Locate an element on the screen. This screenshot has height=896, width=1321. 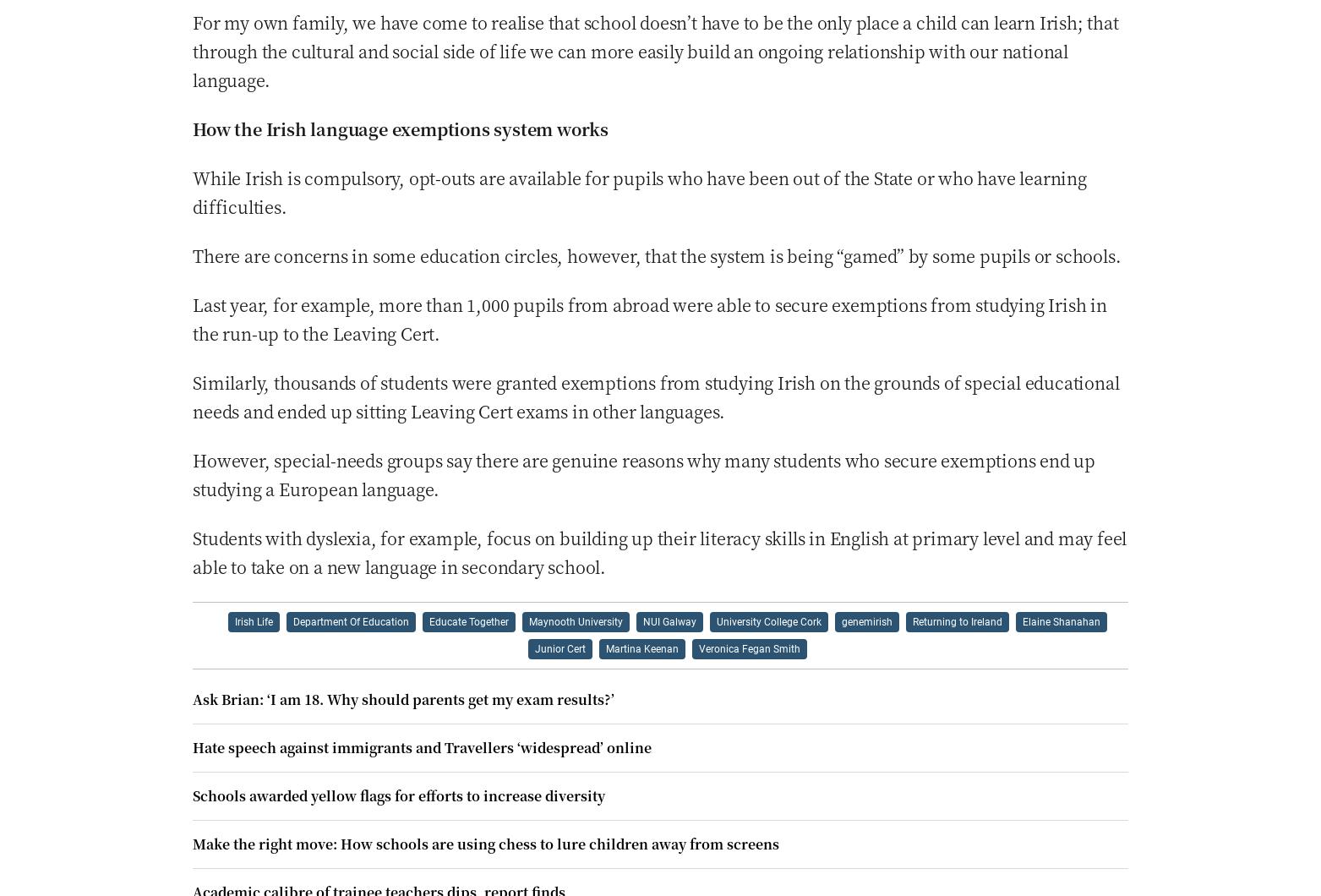
'Educate Together' is located at coordinates (468, 620).